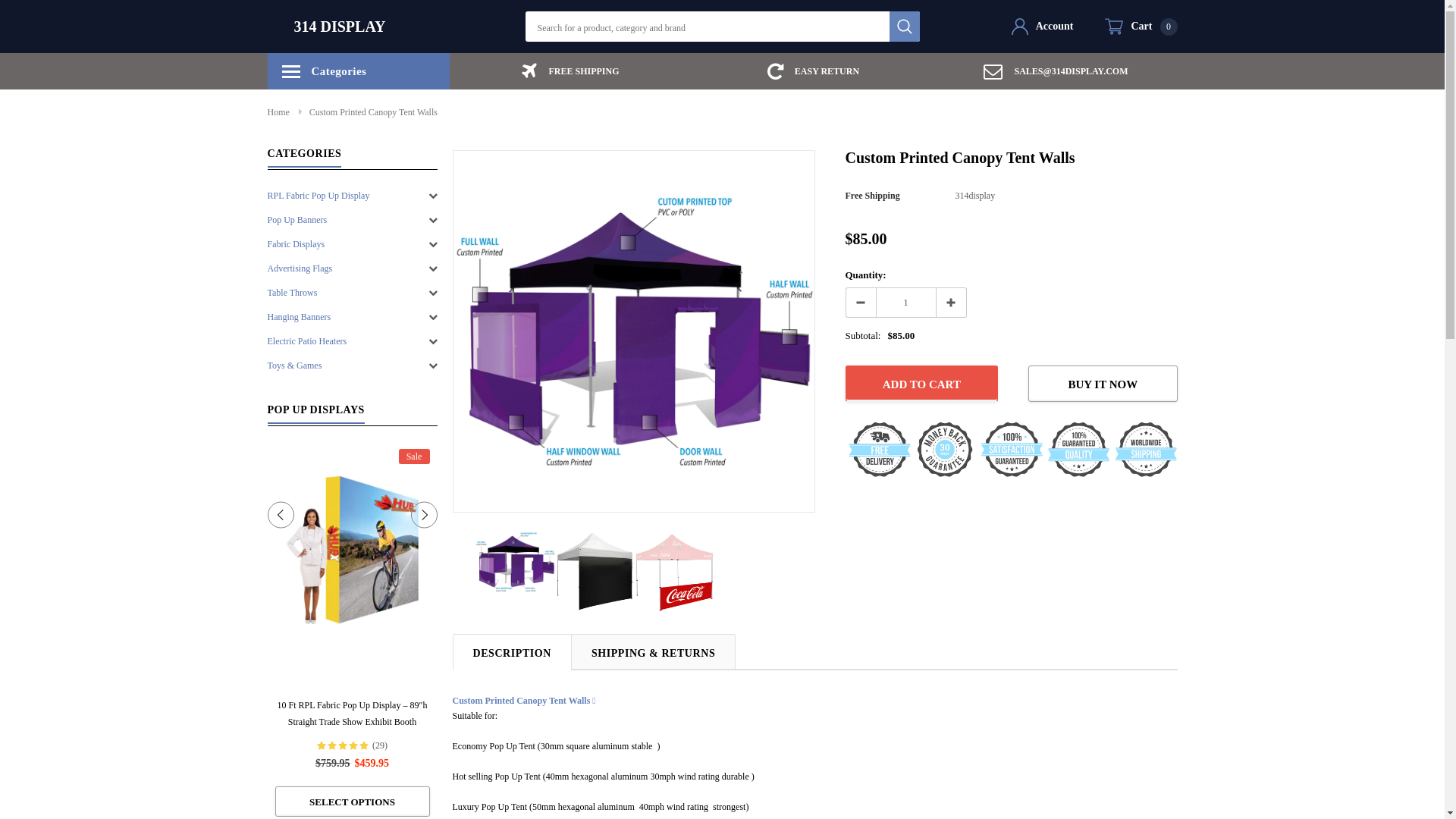 Image resolution: width=1456 pixels, height=819 pixels. Describe the element at coordinates (1141, 26) in the screenshot. I see `'Cart` at that location.